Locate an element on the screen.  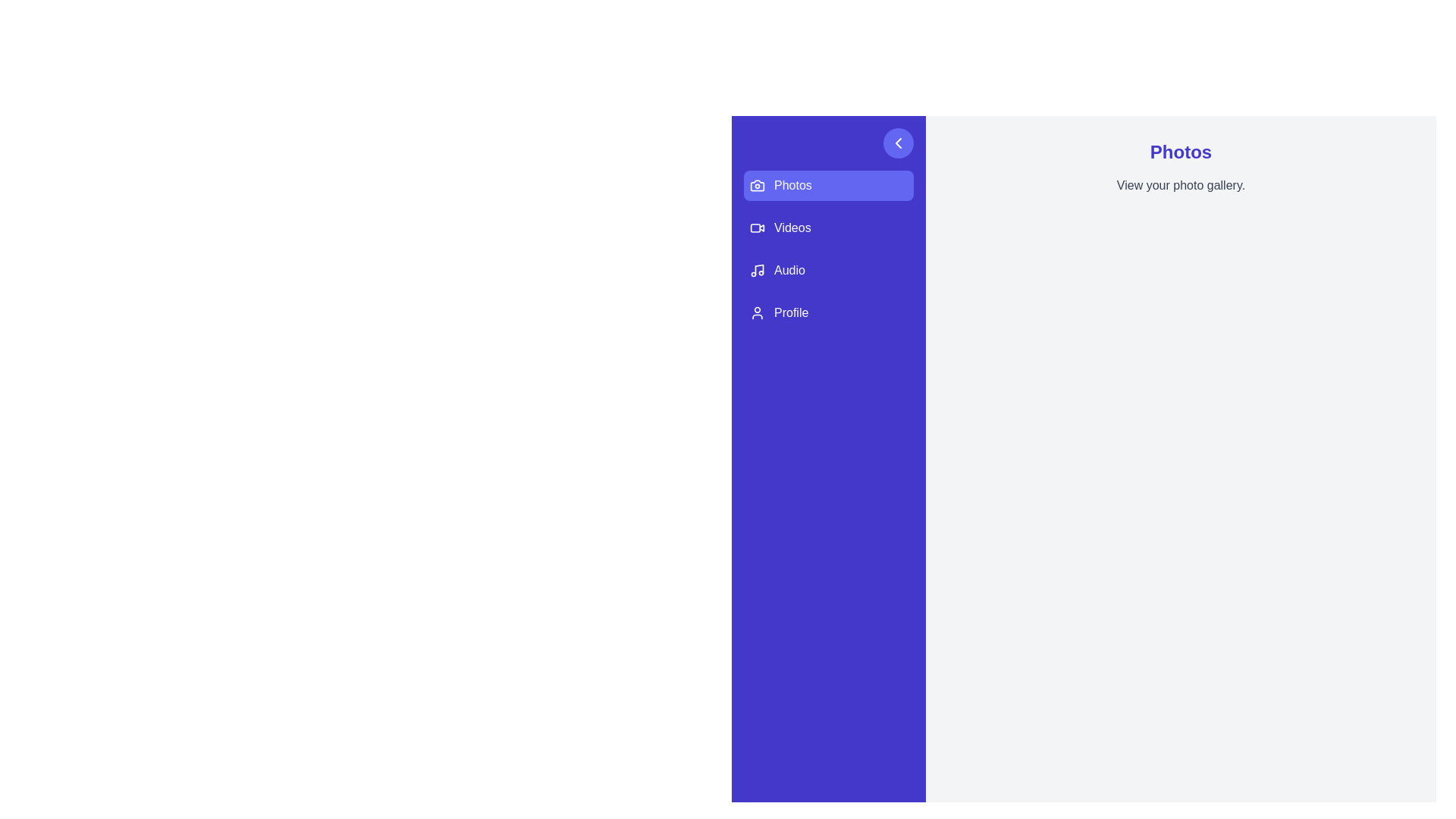
the musical note icon in the 'Audio' menu located in the navigation pane, which is rendered in a minimalistic line art style and positioned to the left of the 'Audio' label text is located at coordinates (757, 270).